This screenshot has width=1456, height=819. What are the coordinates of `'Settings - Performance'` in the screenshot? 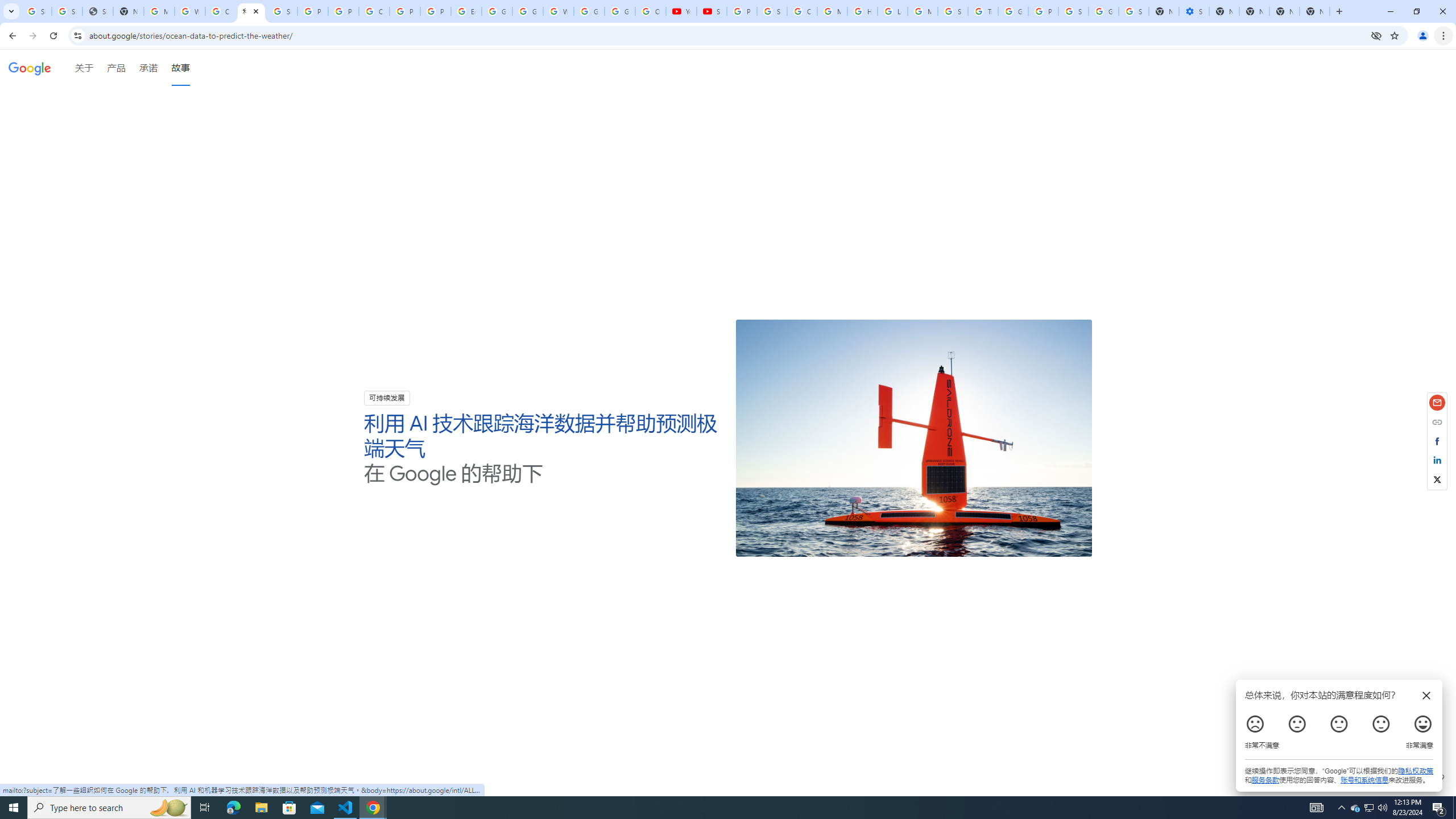 It's located at (1194, 11).